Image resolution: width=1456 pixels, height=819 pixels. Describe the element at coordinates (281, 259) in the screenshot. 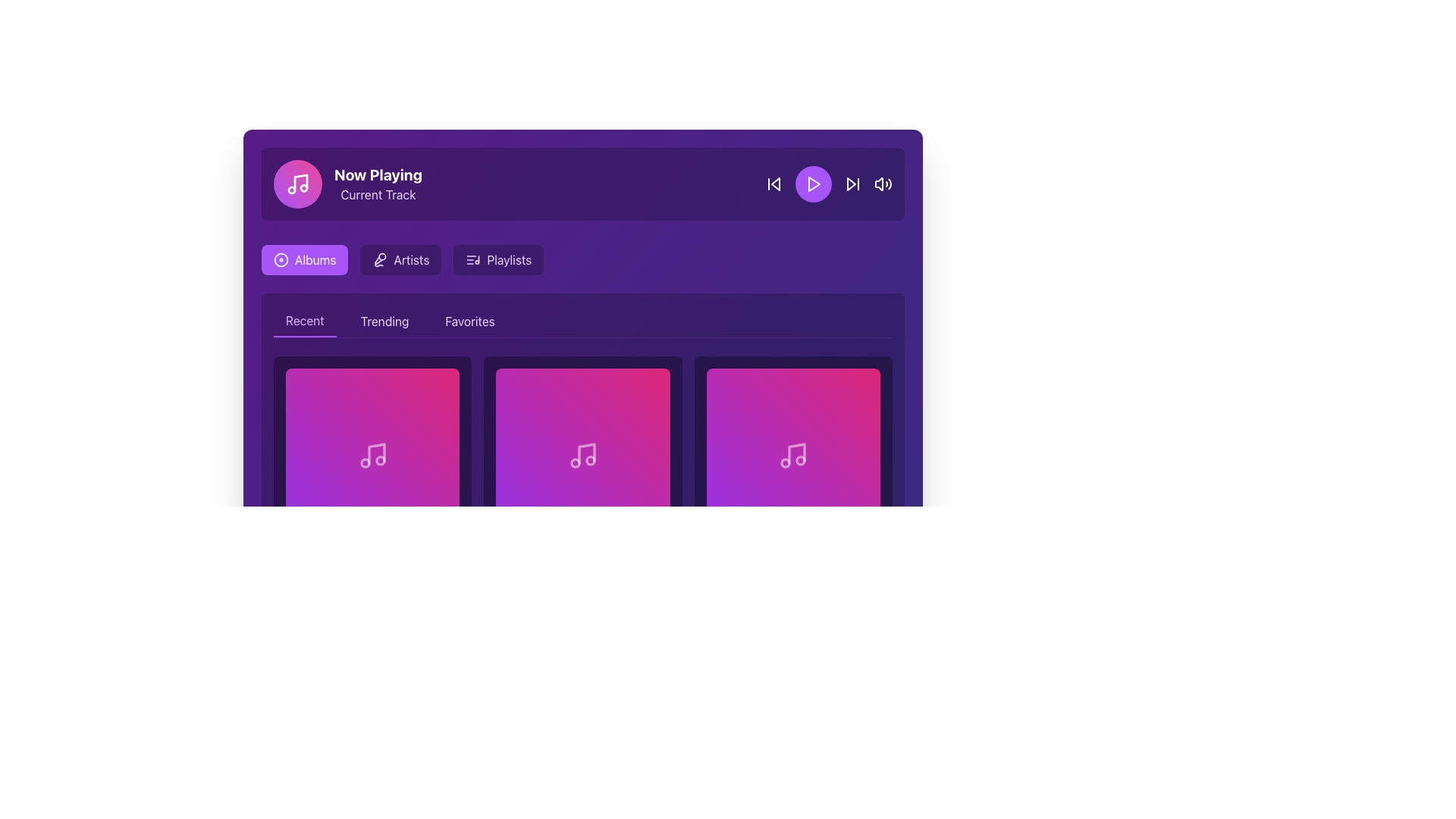

I see `the 'Albums' button` at that location.